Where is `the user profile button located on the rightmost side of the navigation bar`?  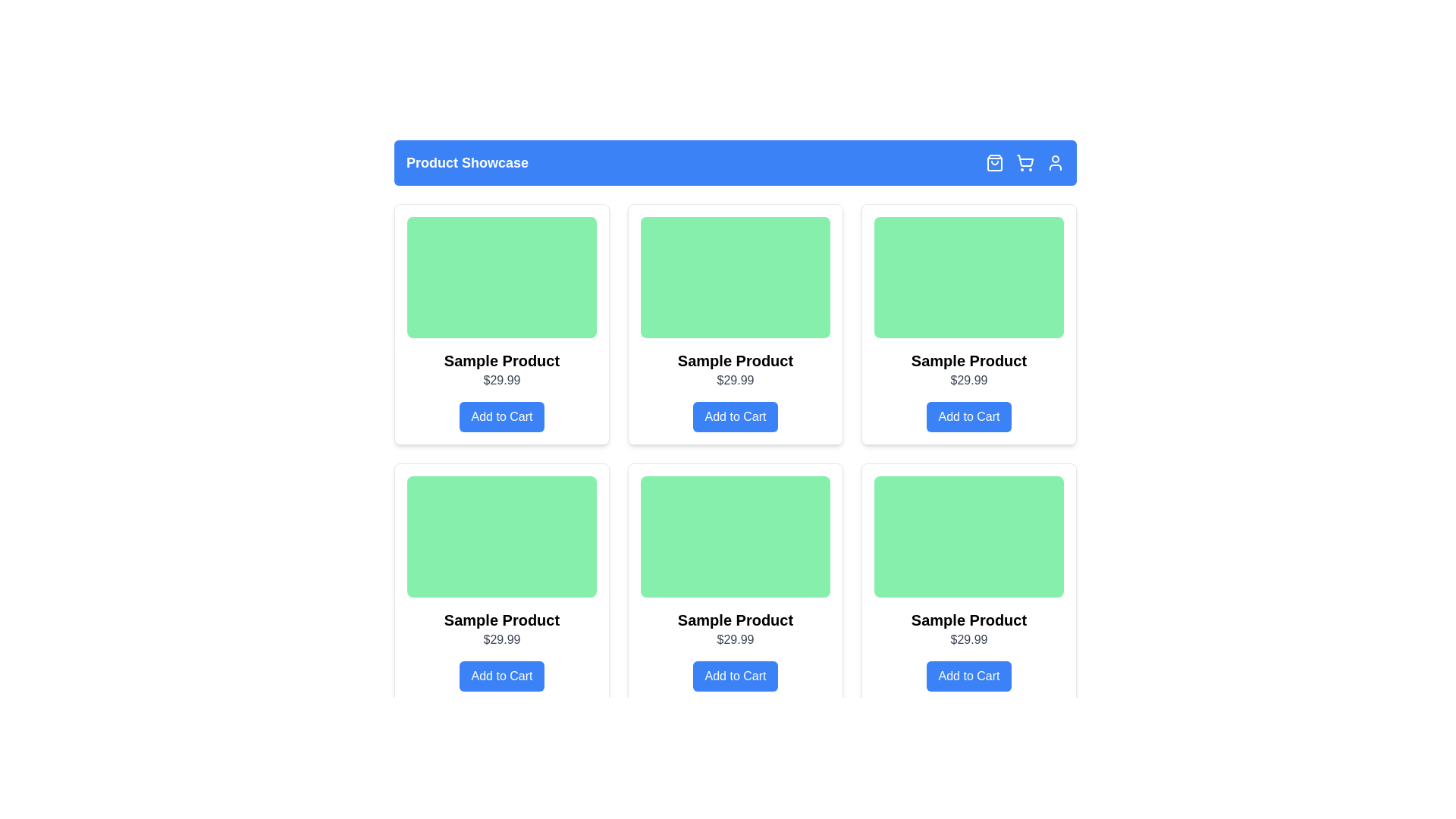 the user profile button located on the rightmost side of the navigation bar is located at coordinates (1055, 163).